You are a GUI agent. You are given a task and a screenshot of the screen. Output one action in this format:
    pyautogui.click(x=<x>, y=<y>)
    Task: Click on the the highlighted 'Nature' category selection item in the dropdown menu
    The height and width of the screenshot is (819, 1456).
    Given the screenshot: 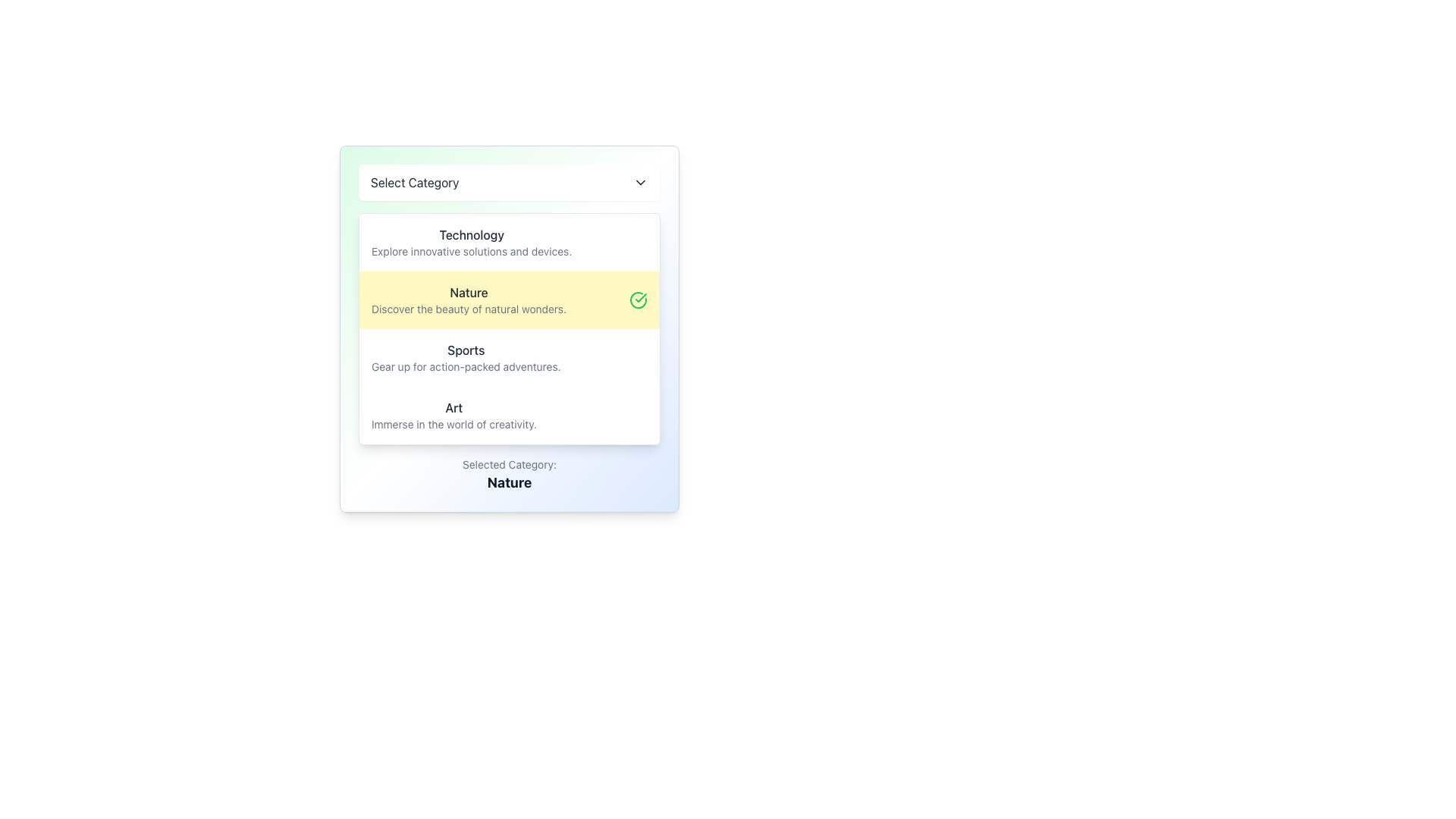 What is the action you would take?
    pyautogui.click(x=510, y=328)
    